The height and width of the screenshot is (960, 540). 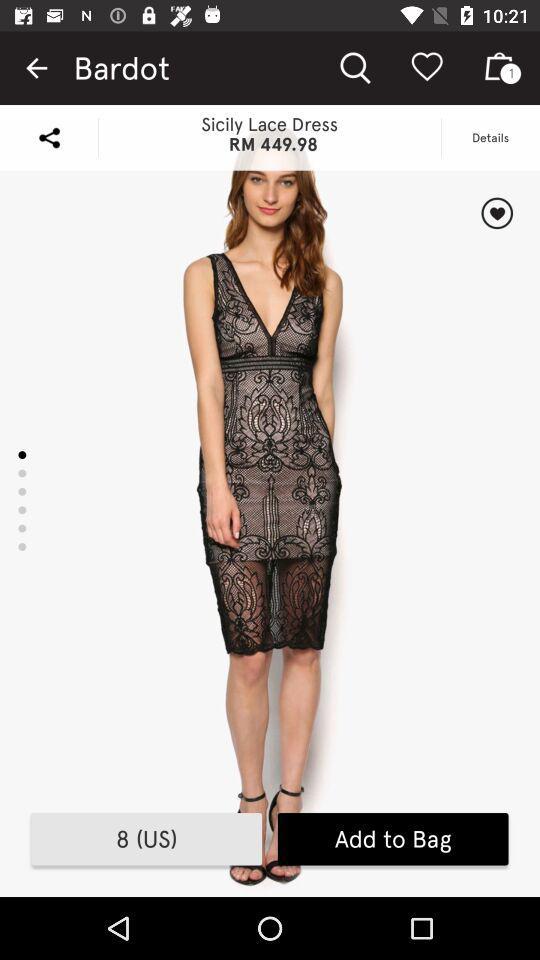 I want to click on item to the left of the bardot, so click(x=36, y=68).